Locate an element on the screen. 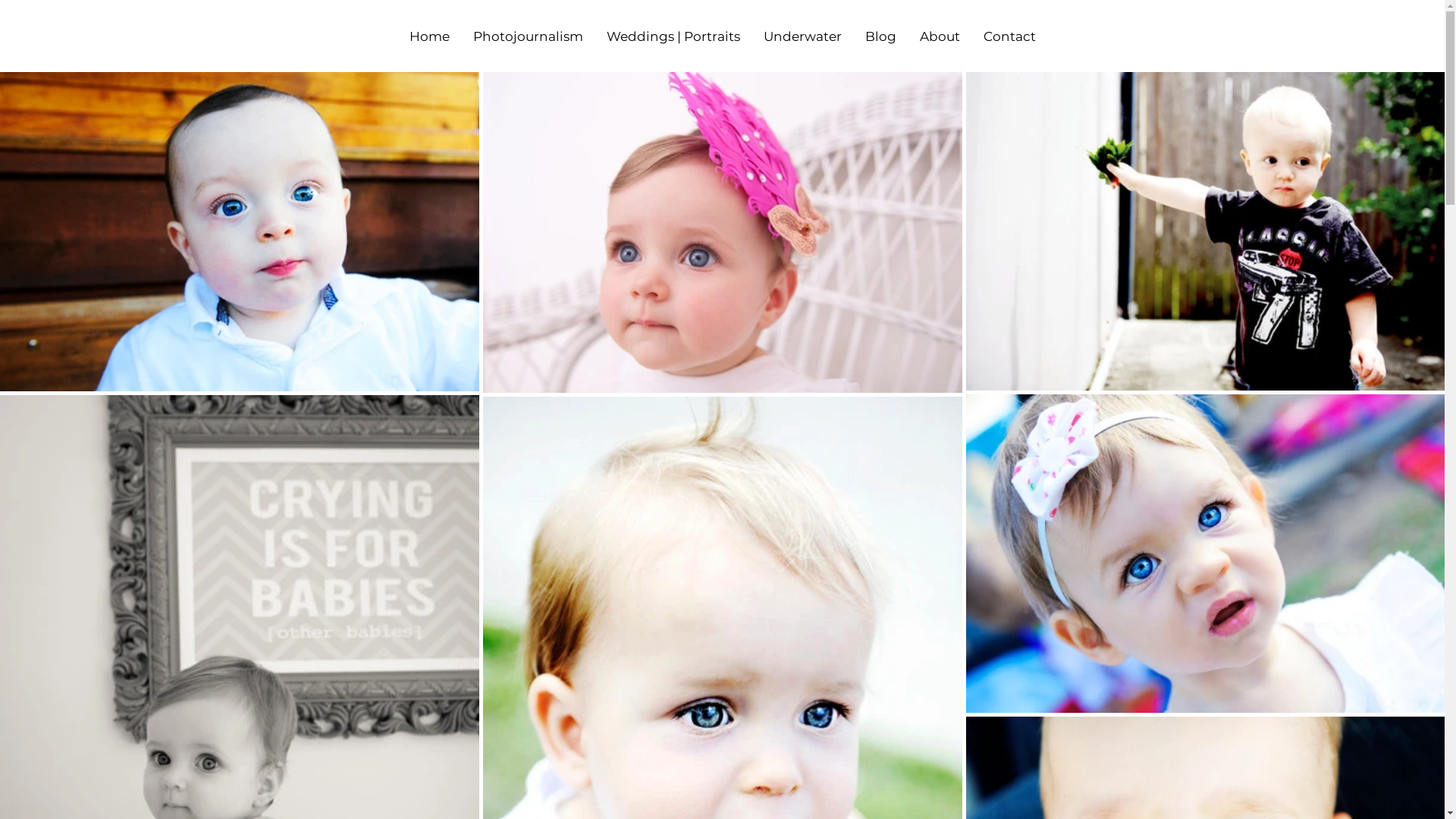 The height and width of the screenshot is (819, 1456). 'Underwater' is located at coordinates (751, 36).